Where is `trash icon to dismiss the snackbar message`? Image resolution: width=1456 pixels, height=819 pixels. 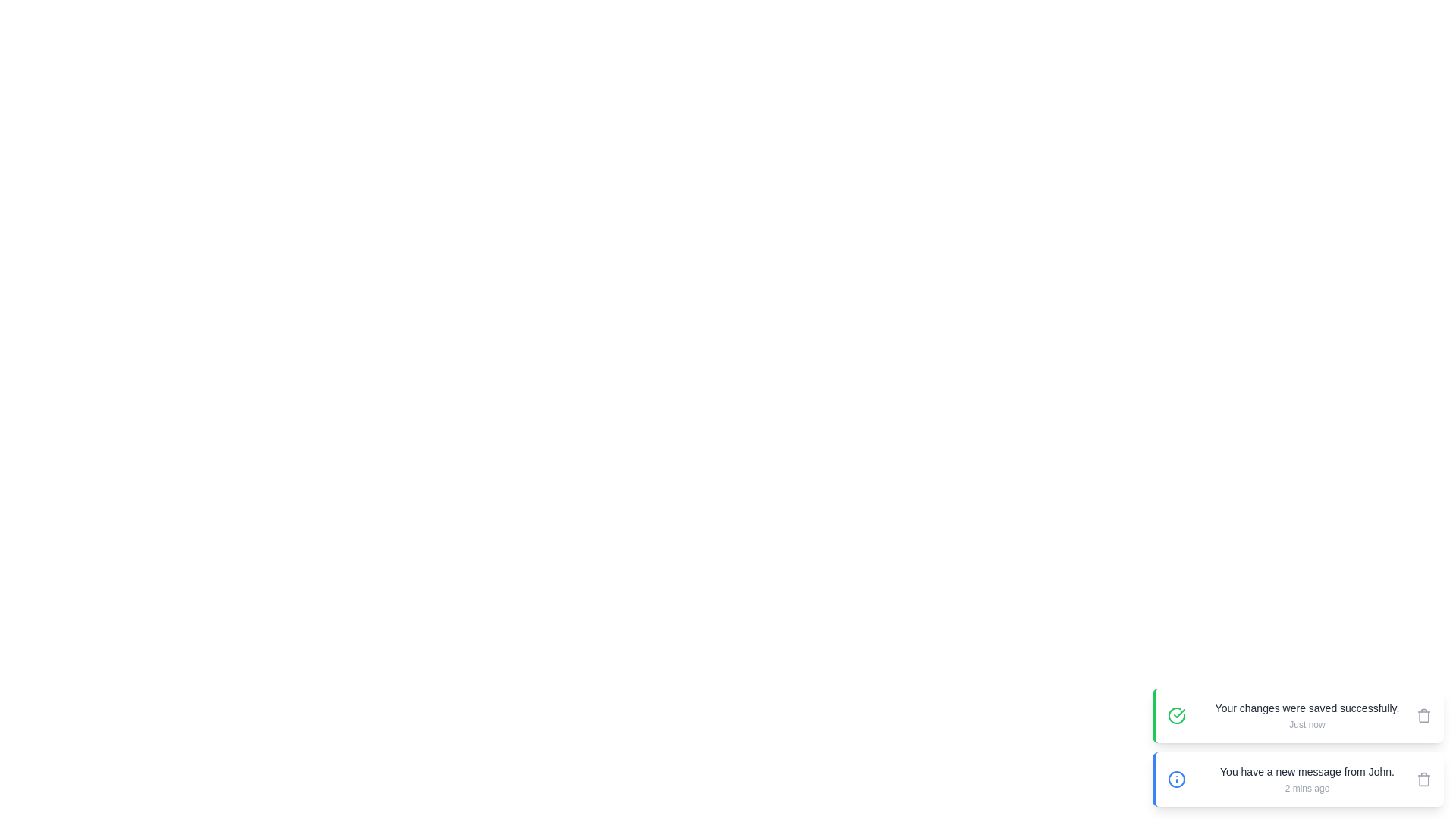
trash icon to dismiss the snackbar message is located at coordinates (1423, 716).